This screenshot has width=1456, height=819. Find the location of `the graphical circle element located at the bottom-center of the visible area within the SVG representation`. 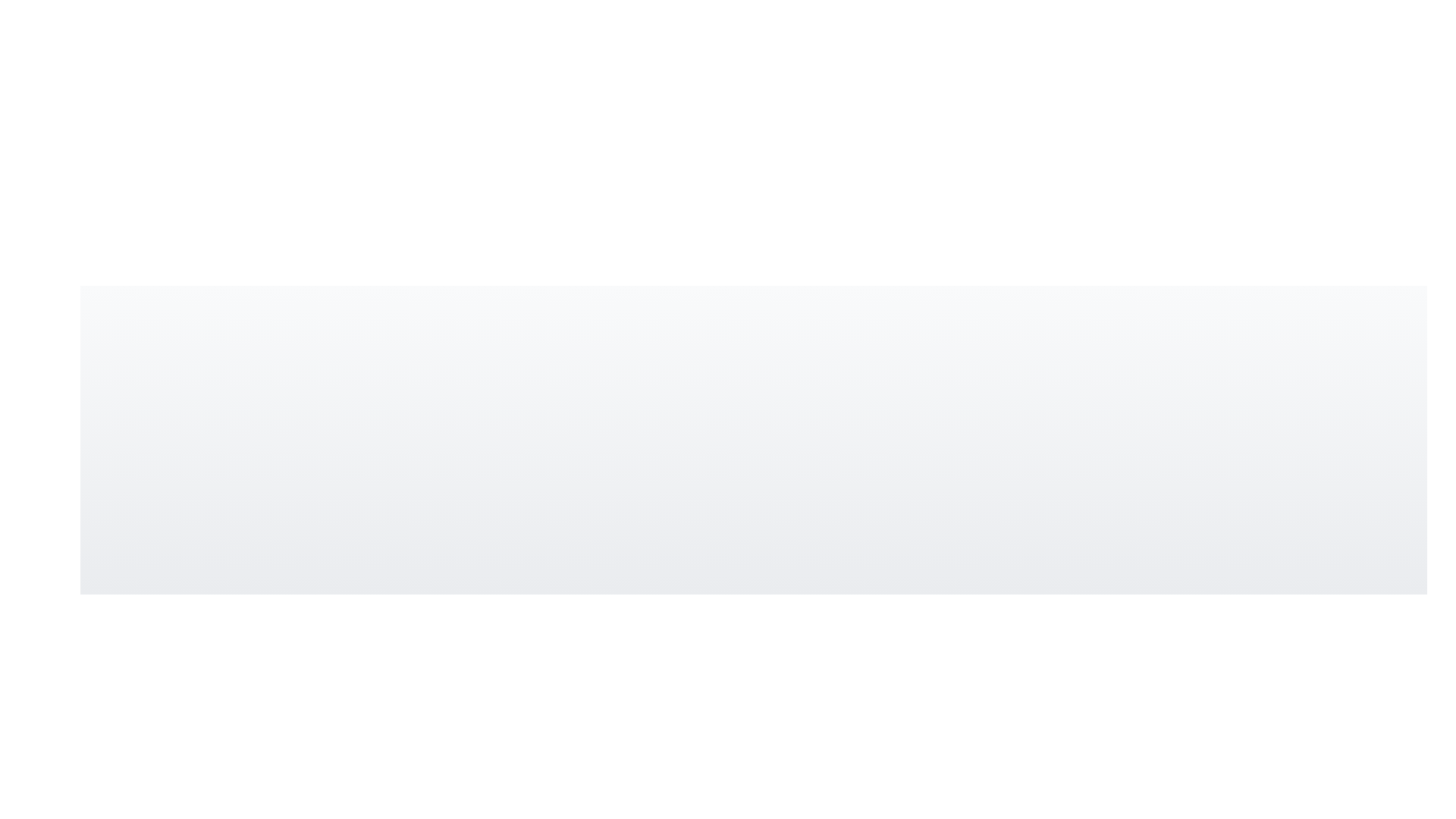

the graphical circle element located at the bottom-center of the visible area within the SVG representation is located at coordinates (753, 699).